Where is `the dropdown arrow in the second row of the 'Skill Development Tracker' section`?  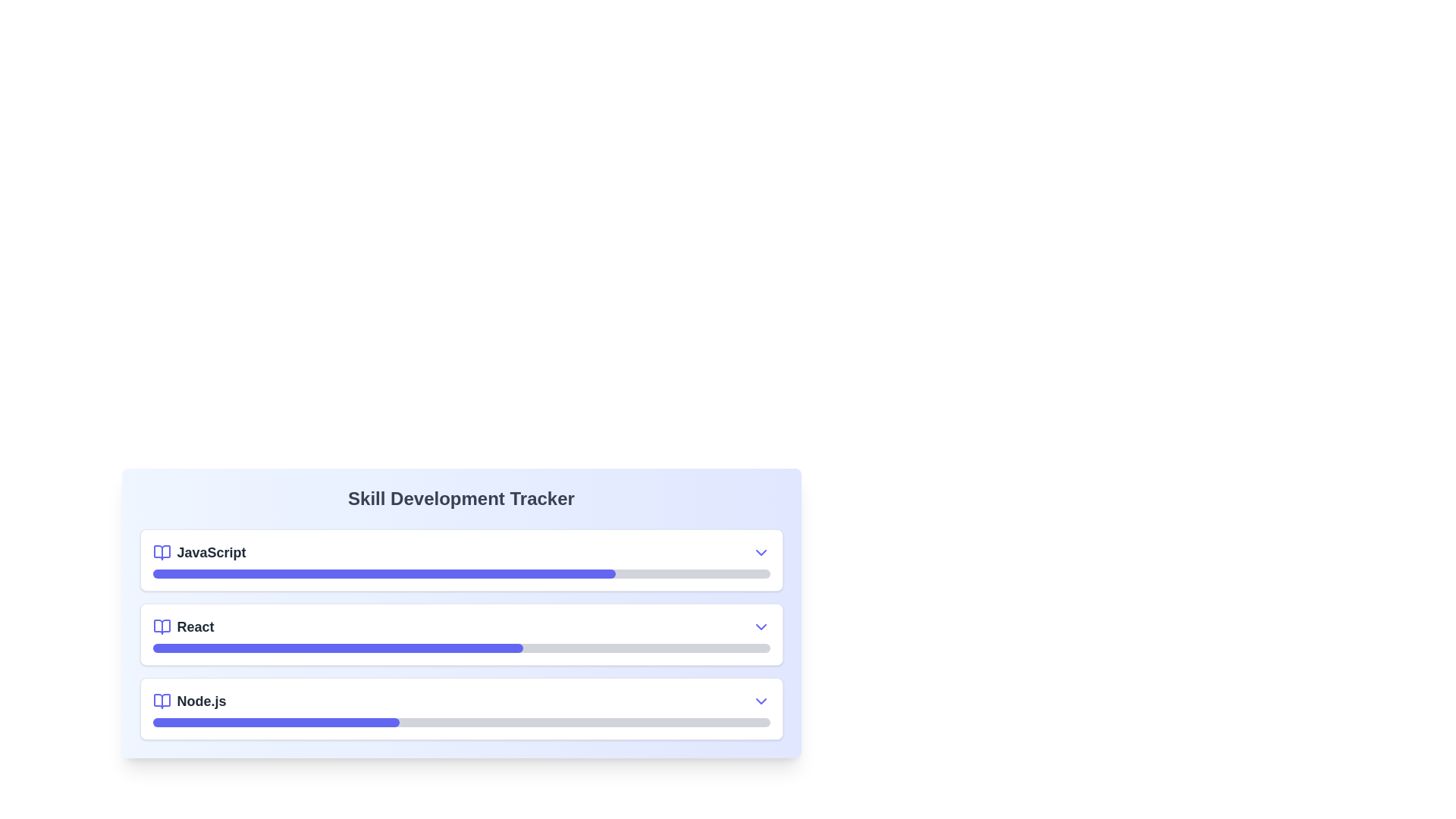
the dropdown arrow in the second row of the 'Skill Development Tracker' section is located at coordinates (460, 626).